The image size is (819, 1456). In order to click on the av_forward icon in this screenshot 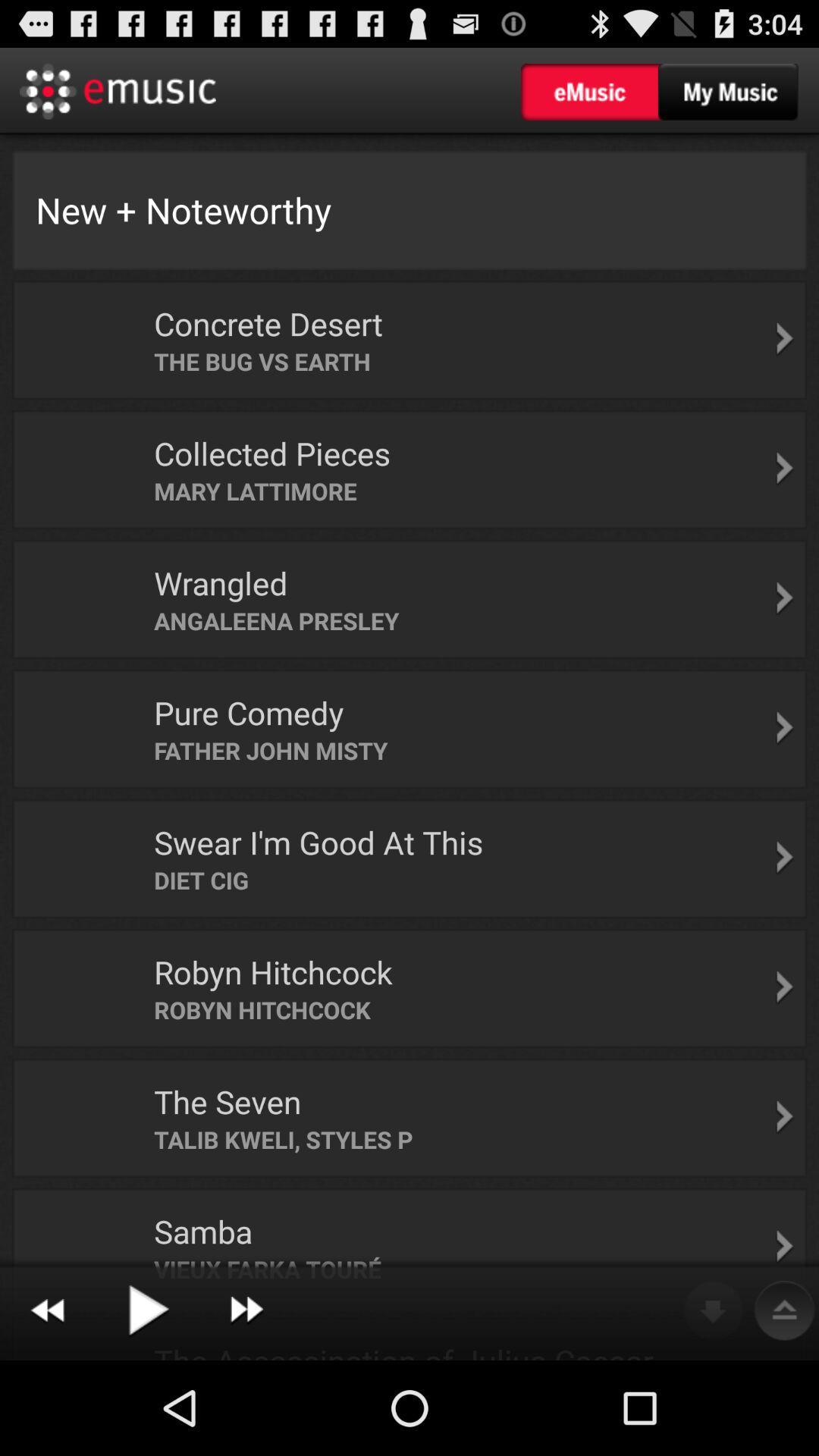, I will do `click(246, 1402)`.